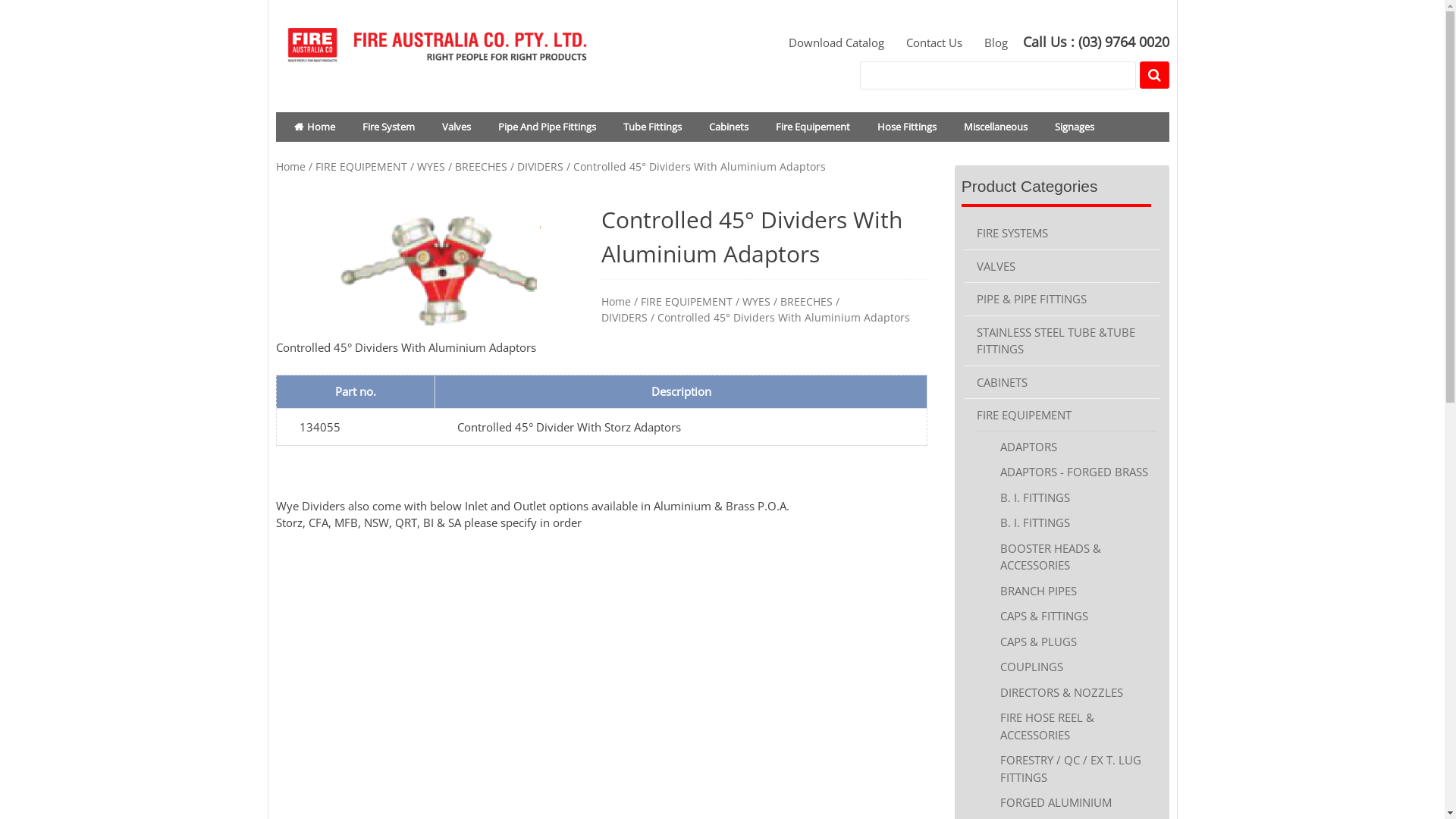 The image size is (1456, 819). What do you see at coordinates (976, 340) in the screenshot?
I see `'STAINLESS STEEL TUBE &TUBE FITTINGS'` at bounding box center [976, 340].